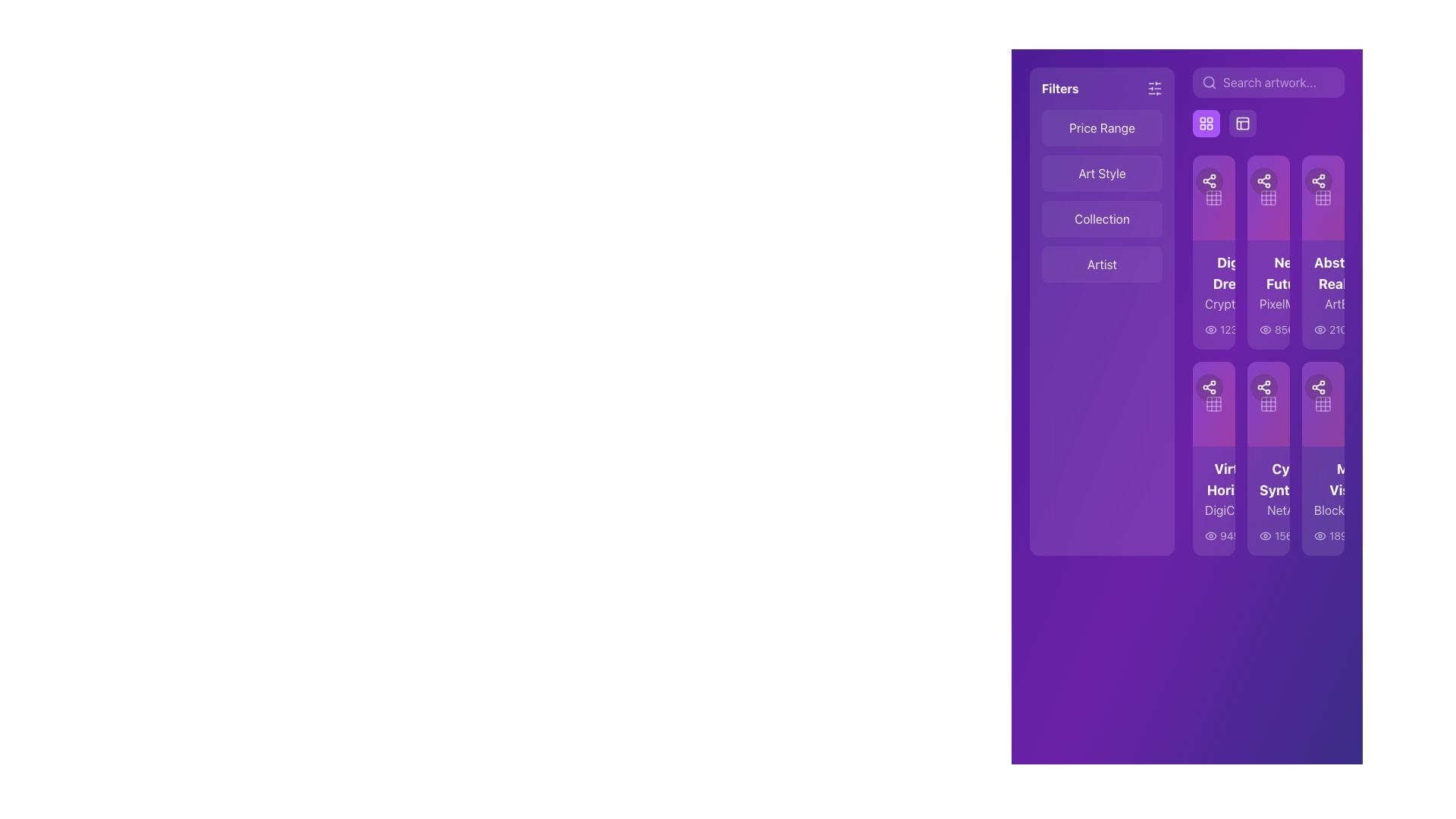 The image size is (1456, 819). I want to click on the sharing button icon located in the middle of the top row of icons within the second card in the grid layout, so click(1247, 180).